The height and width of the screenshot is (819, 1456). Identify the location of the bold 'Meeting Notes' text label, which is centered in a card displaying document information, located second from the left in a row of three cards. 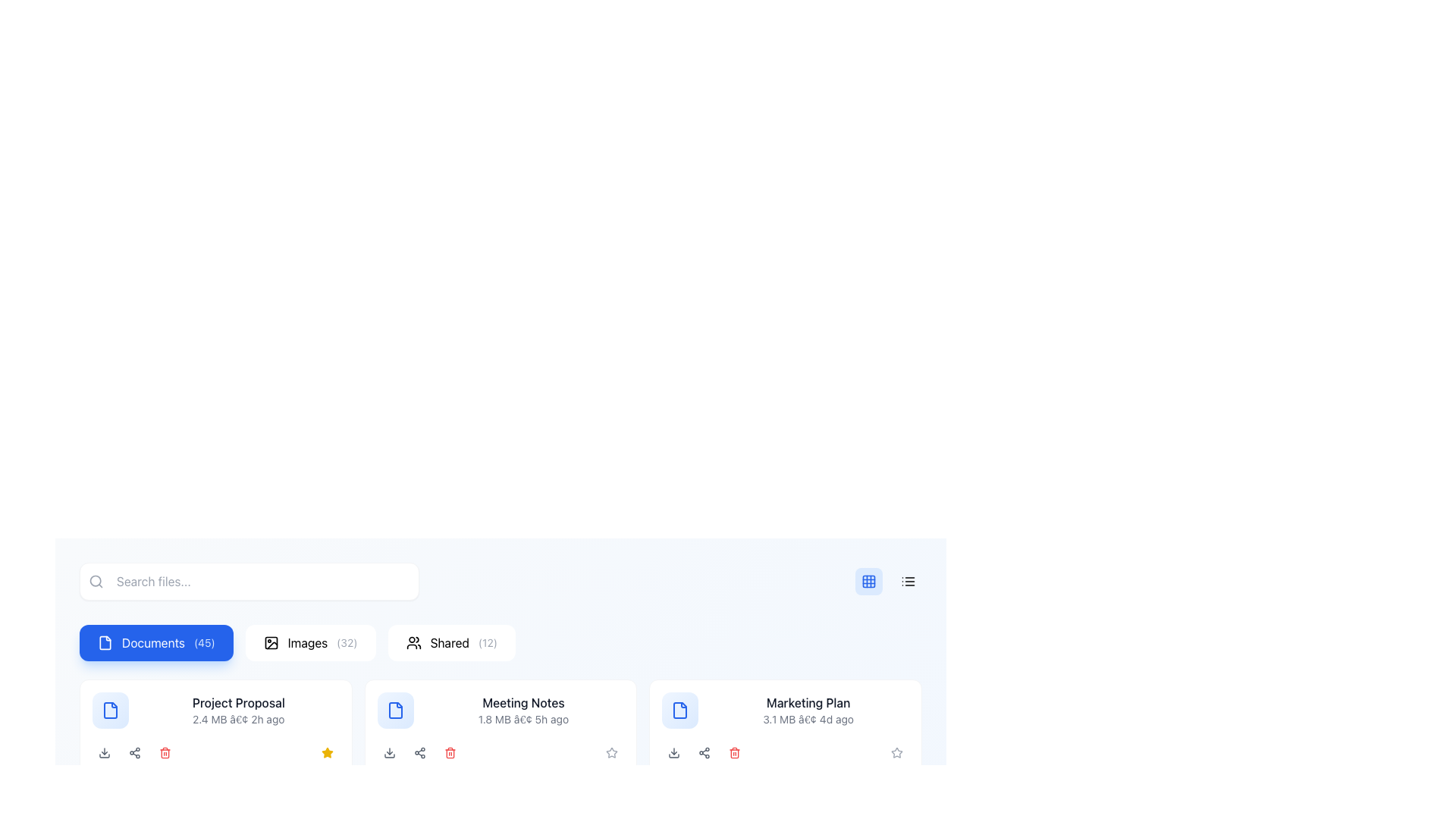
(523, 702).